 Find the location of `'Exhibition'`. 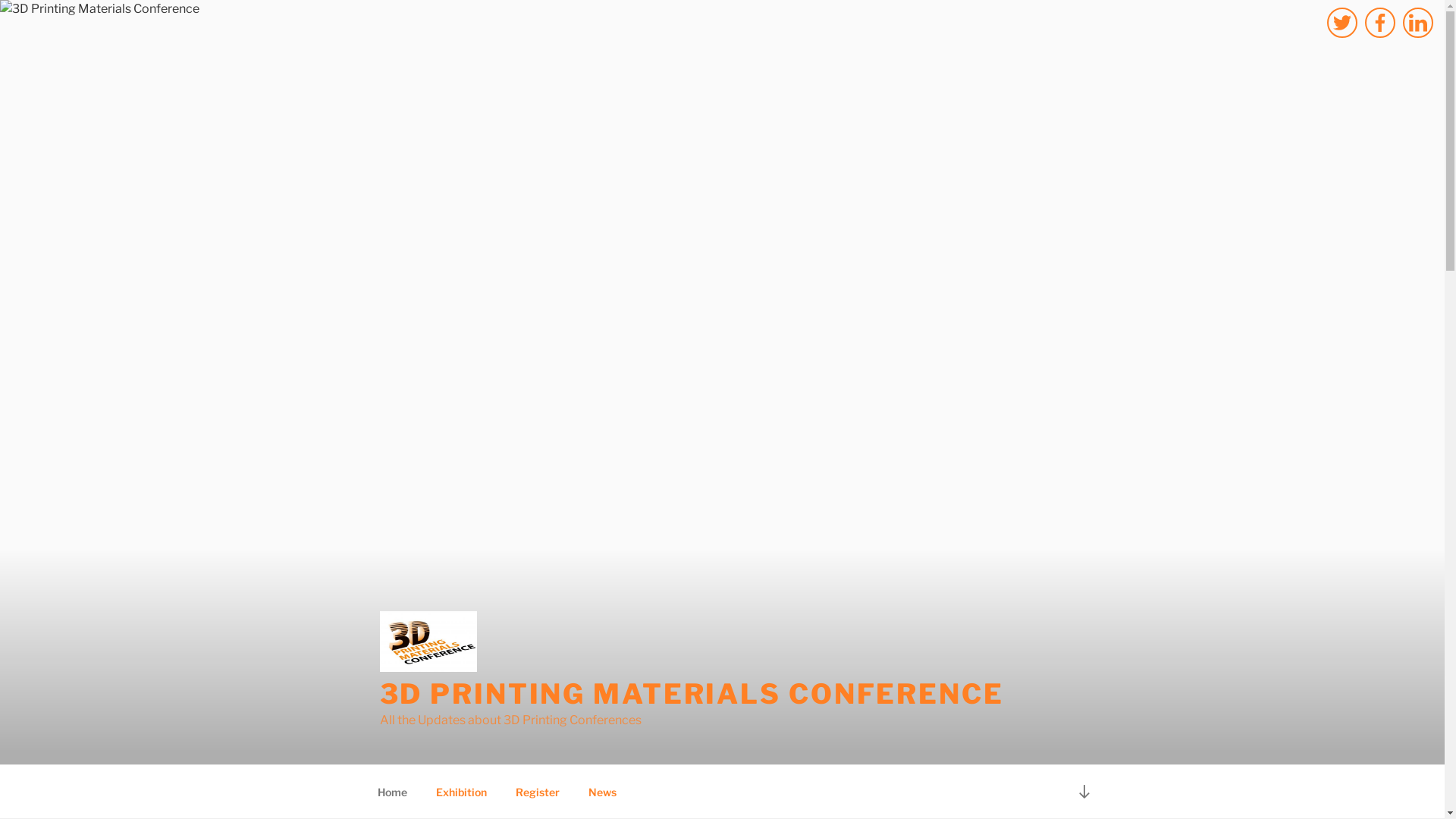

'Exhibition' is located at coordinates (461, 791).